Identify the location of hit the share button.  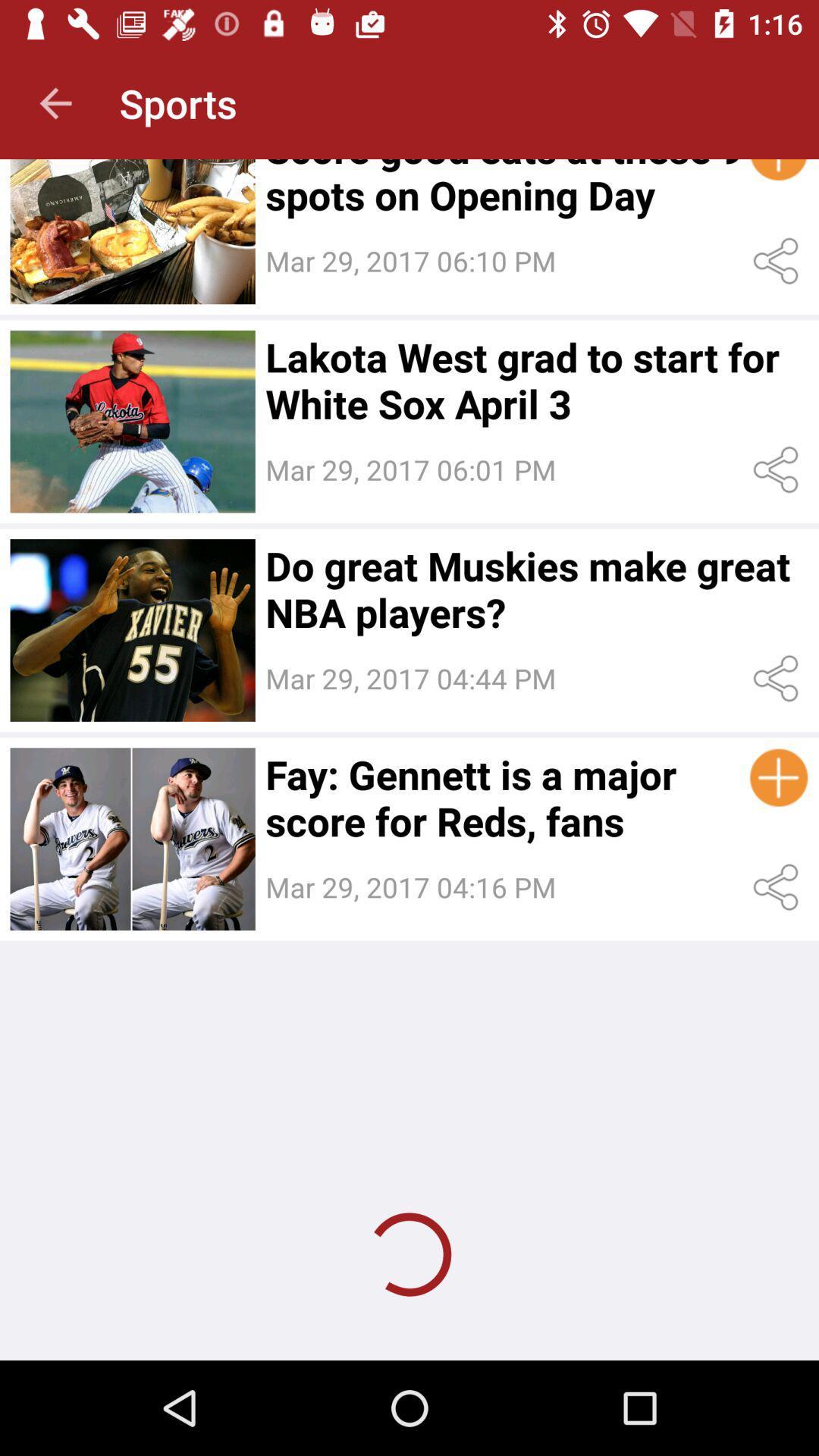
(779, 887).